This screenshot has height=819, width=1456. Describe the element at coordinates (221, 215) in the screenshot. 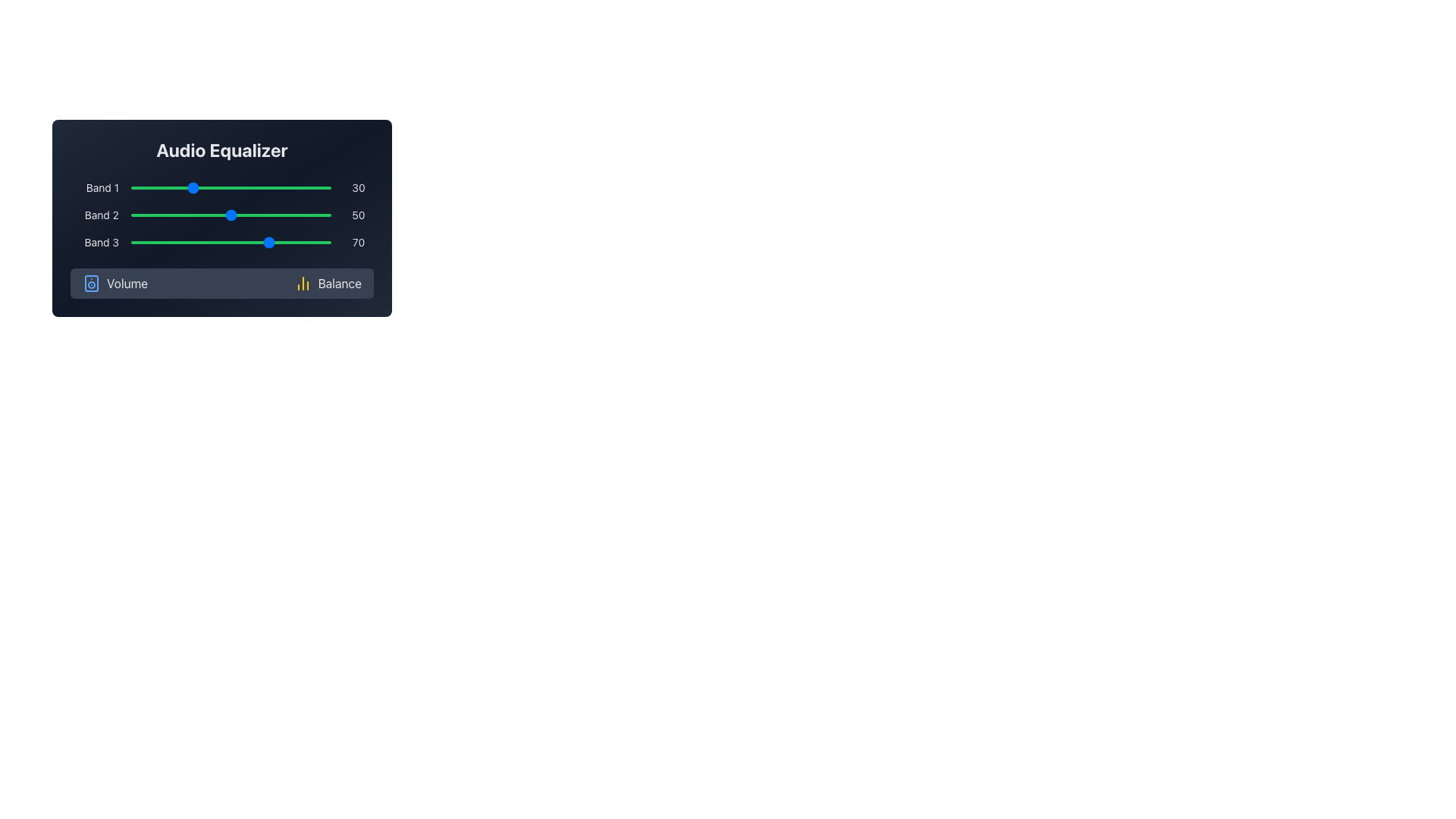

I see `the blue circular thumb of the horizontal slider labeled 'Band 2'` at that location.